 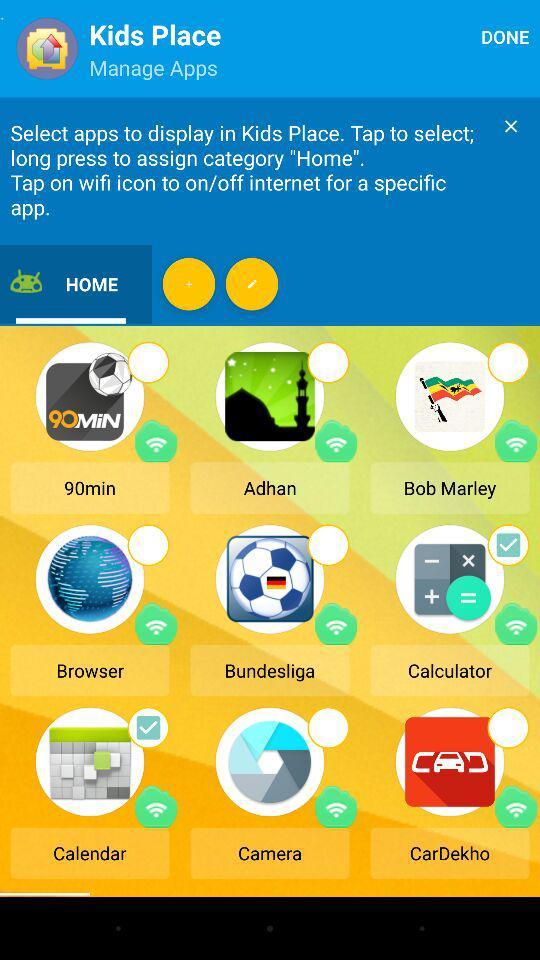 I want to click on check box under calender, so click(x=147, y=726).